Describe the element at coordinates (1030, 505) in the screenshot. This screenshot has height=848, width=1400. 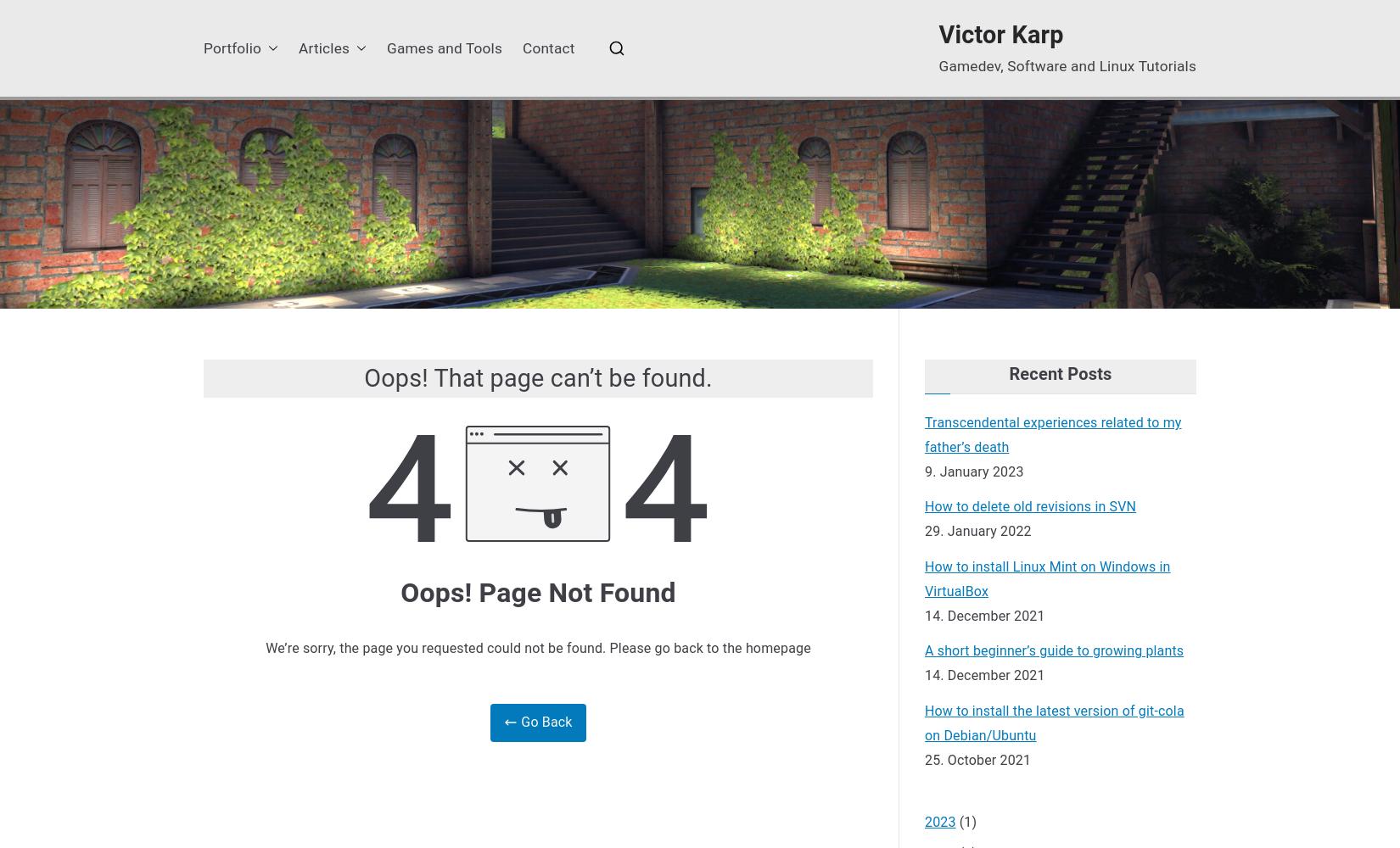
I see `'How to delete old revisions in SVN'` at that location.